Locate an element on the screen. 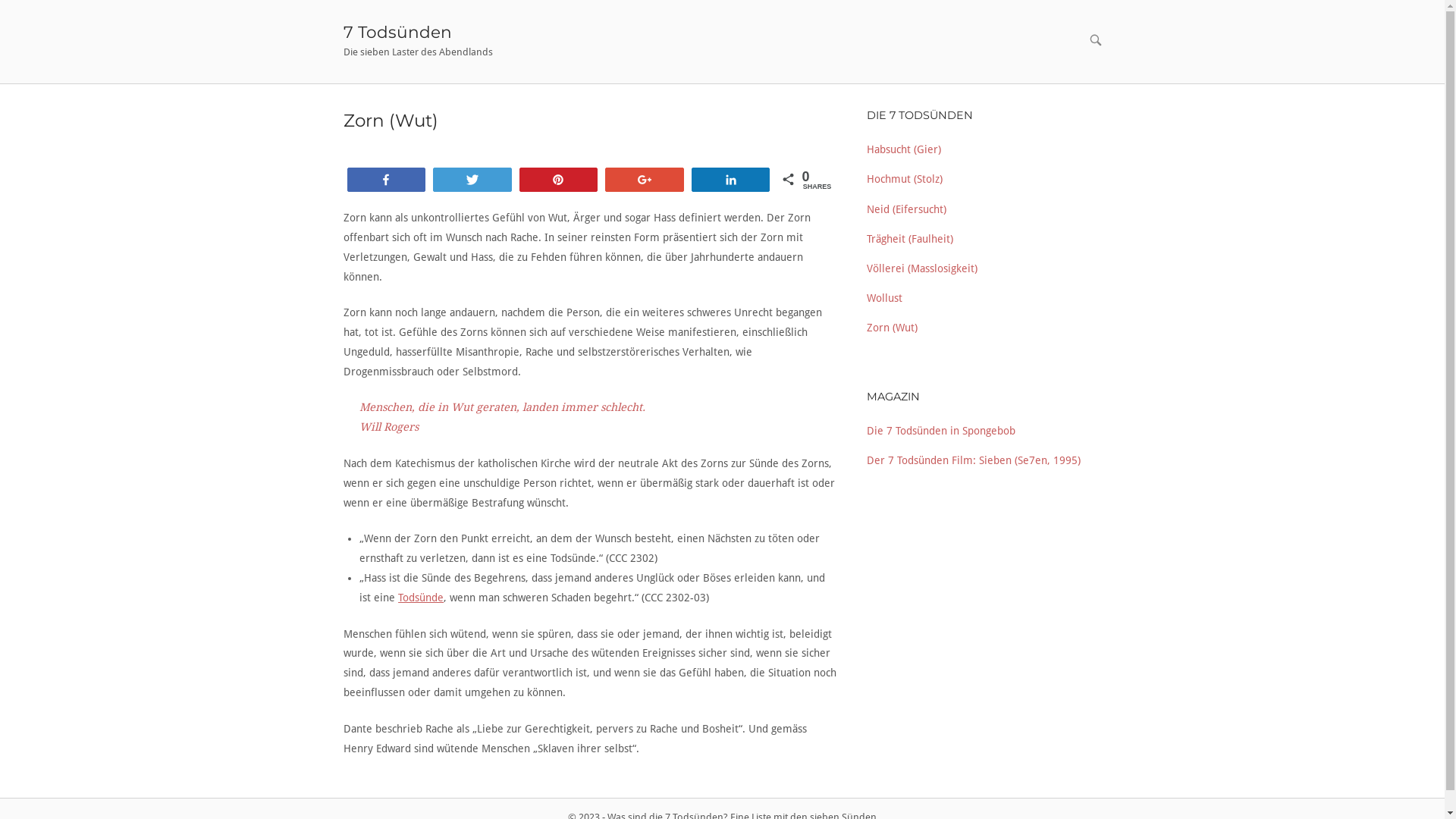 The width and height of the screenshot is (1456, 819). 'Hochmut (Stolz)' is located at coordinates (866, 177).